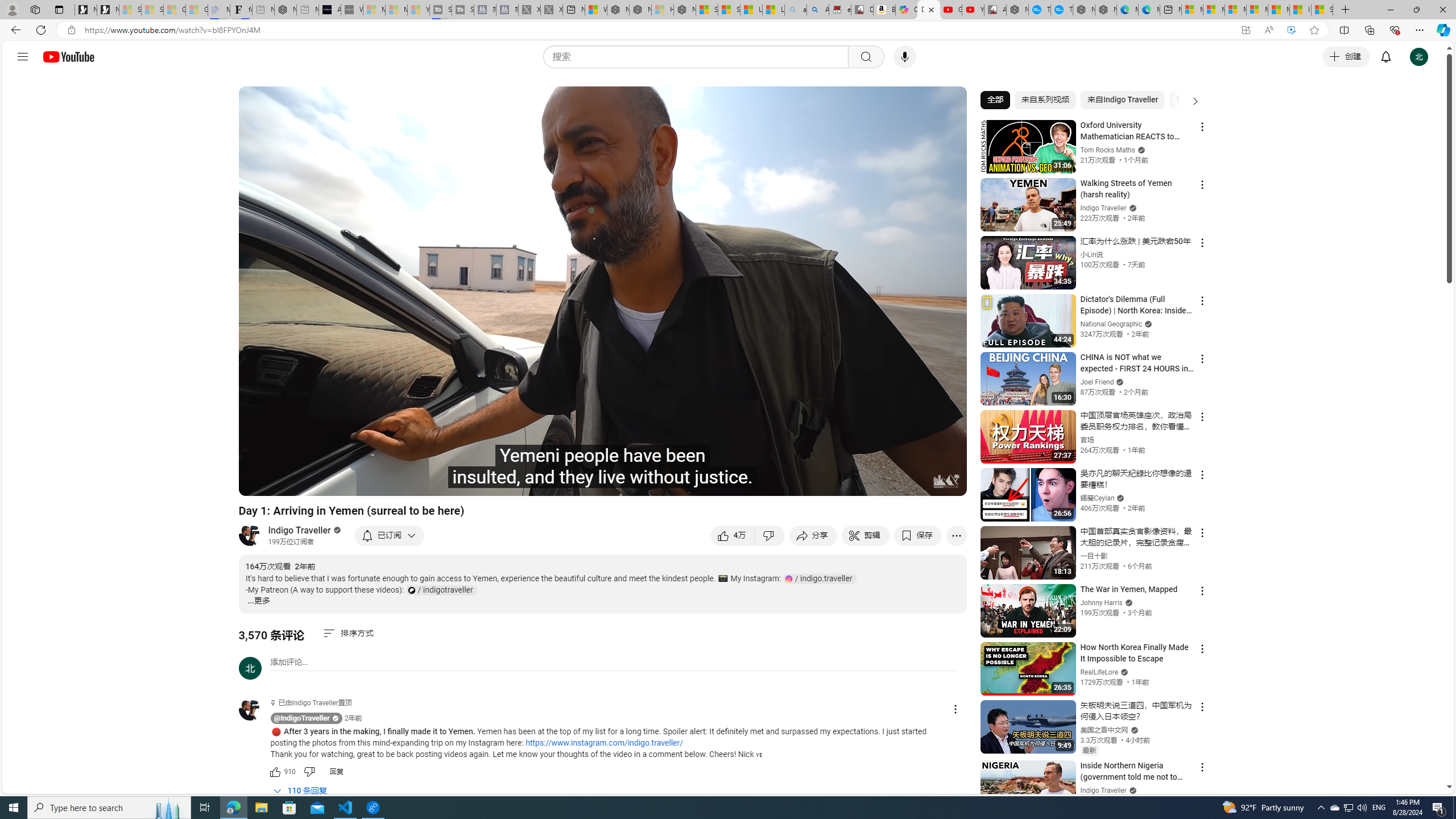 Image resolution: width=1456 pixels, height=819 pixels. What do you see at coordinates (396, 9) in the screenshot?
I see `'Microsoft Start - Sleeping'` at bounding box center [396, 9].